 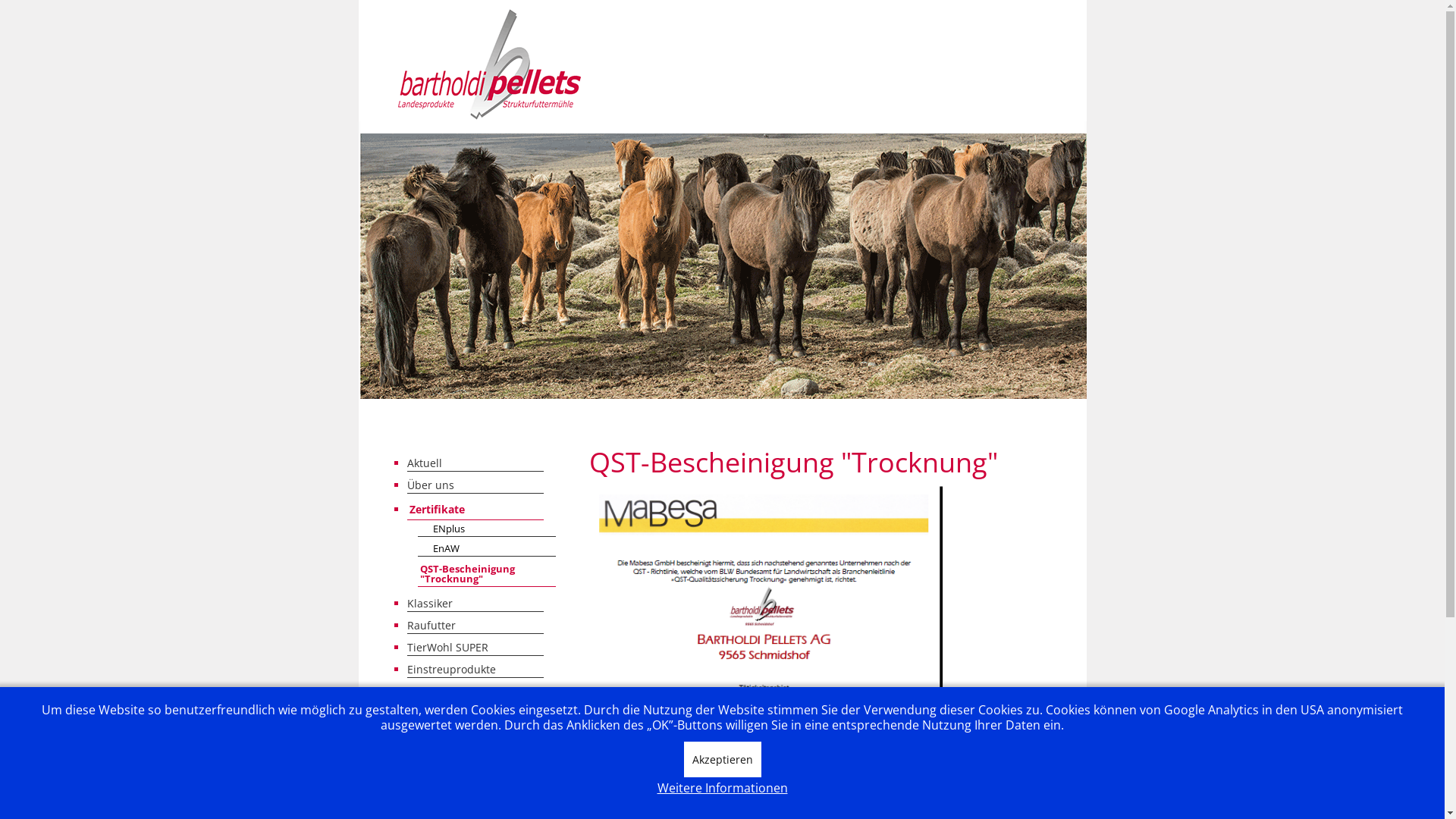 What do you see at coordinates (473, 690) in the screenshot?
I see `'Einstreu-Preisliste'` at bounding box center [473, 690].